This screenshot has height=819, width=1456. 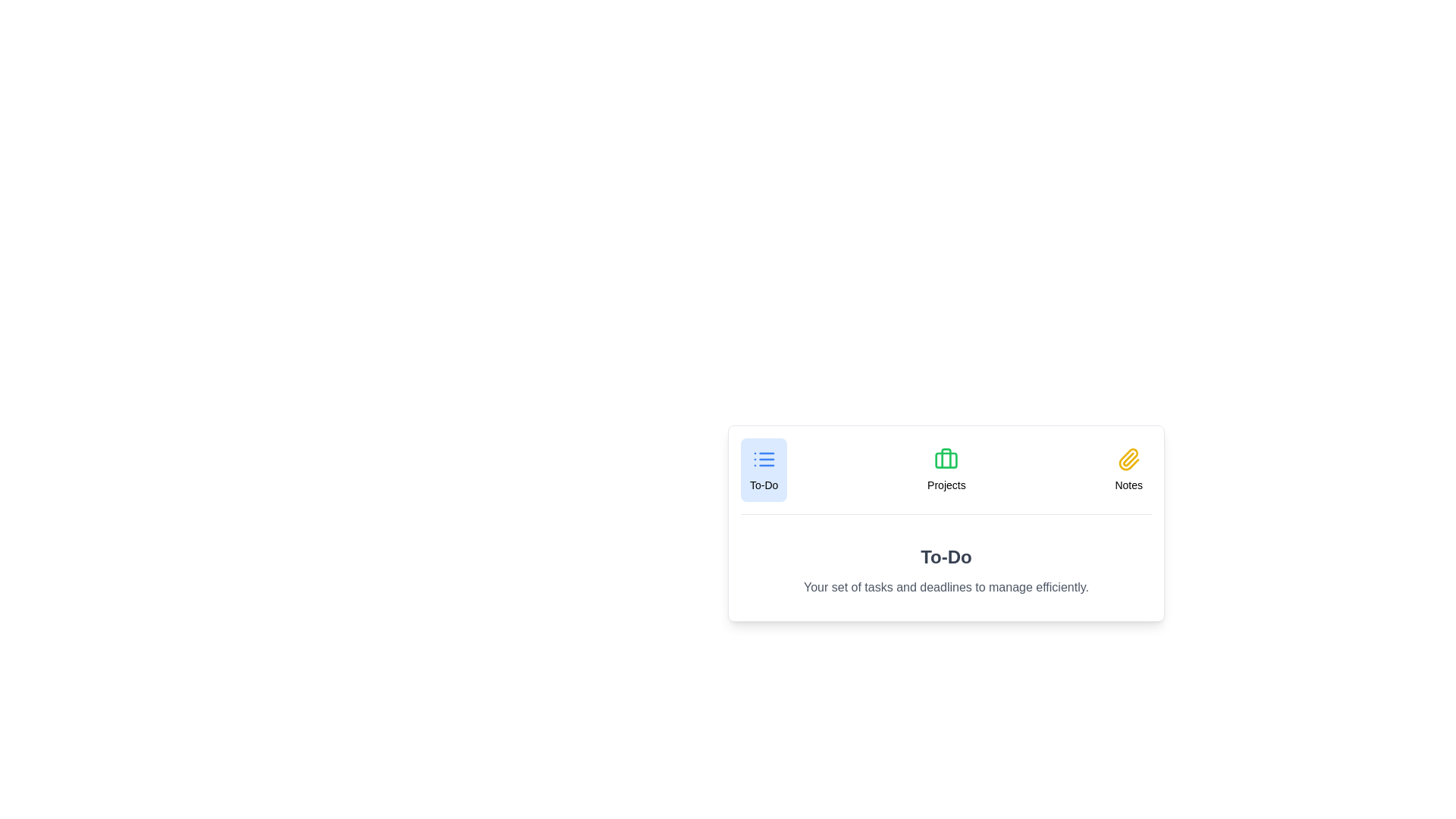 I want to click on the Notes tab by clicking on its button, so click(x=1128, y=469).